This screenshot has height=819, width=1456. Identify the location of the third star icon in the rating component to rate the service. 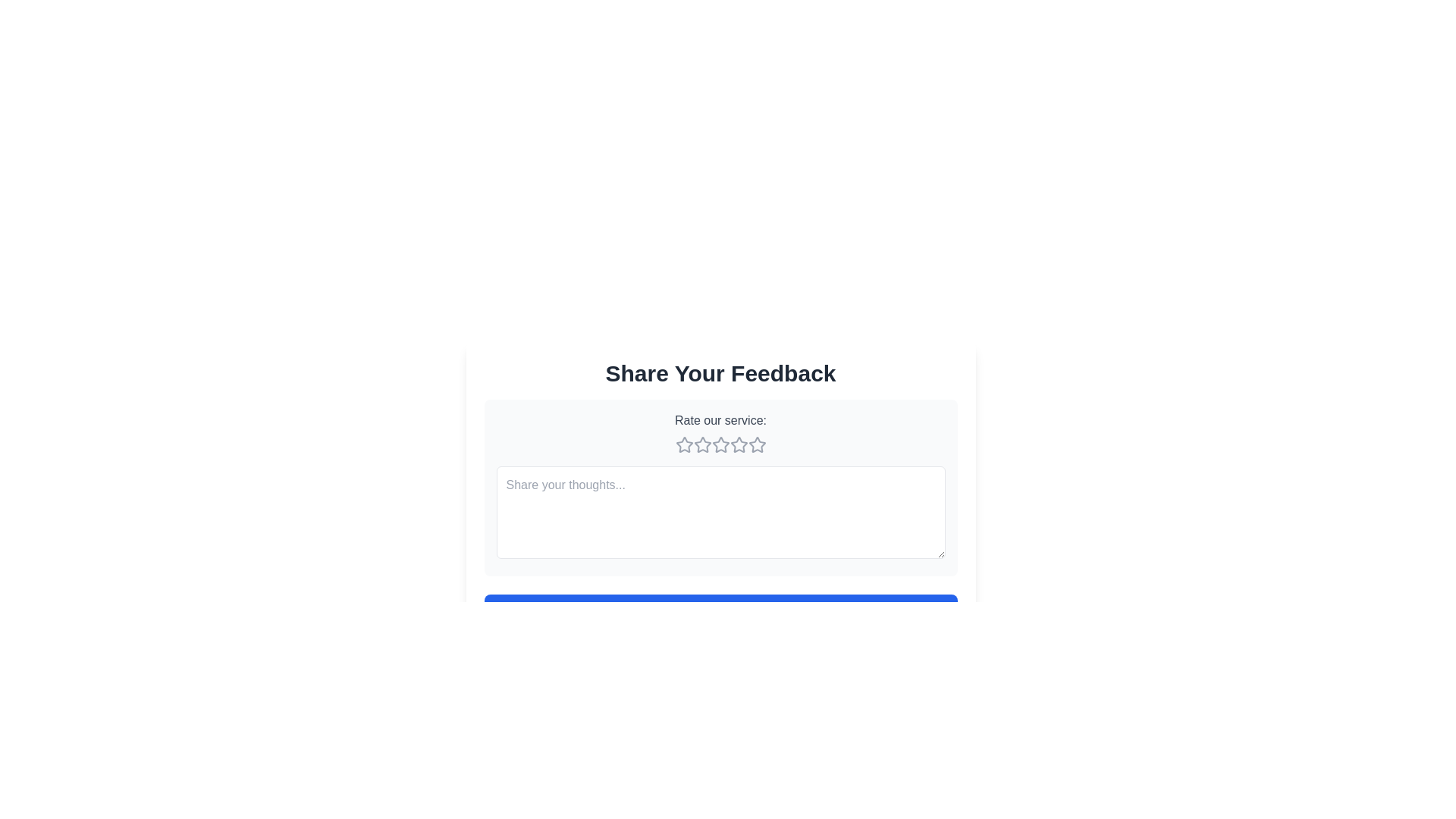
(720, 444).